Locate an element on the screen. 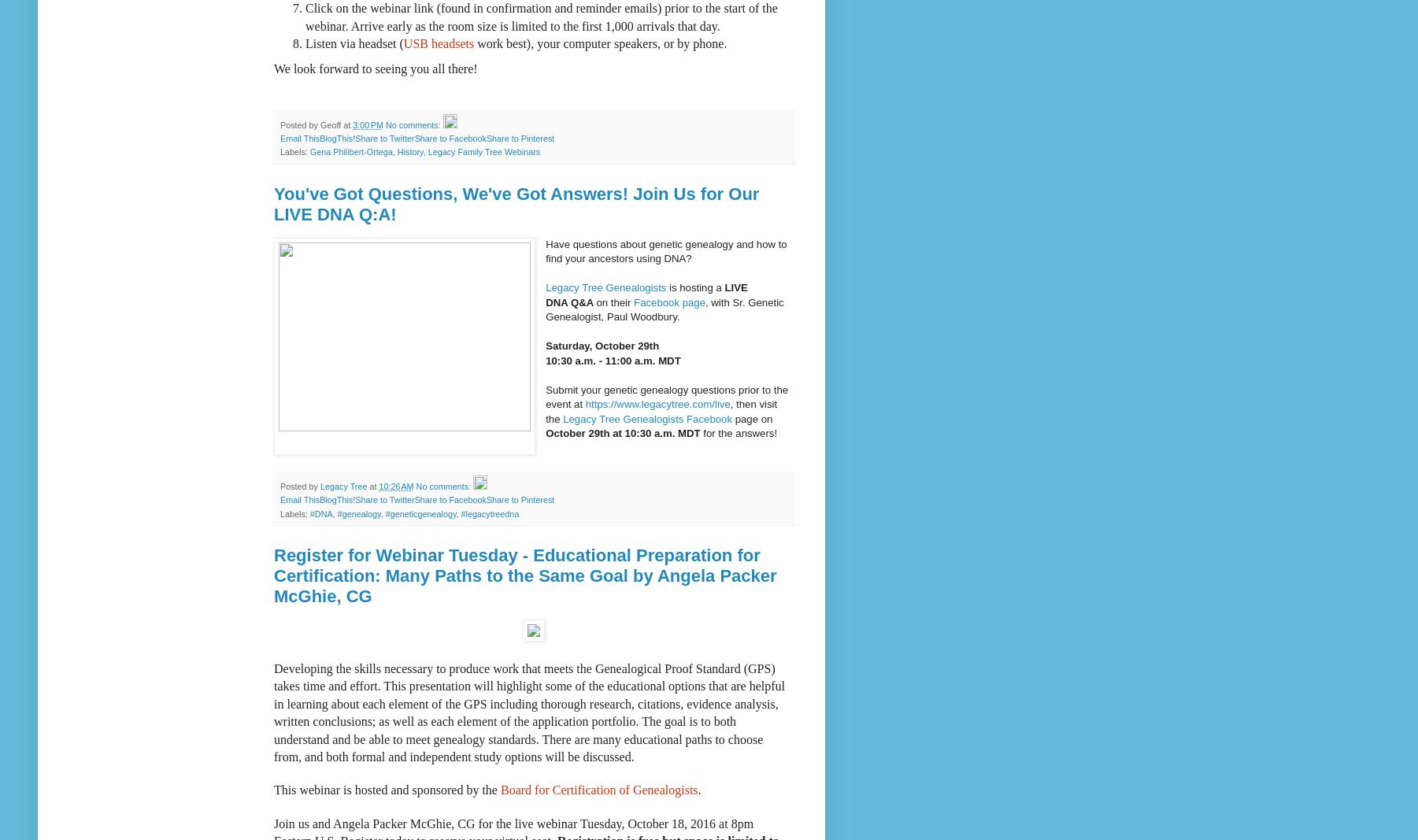 This screenshot has height=840, width=1418. 'Legacy Tree' is located at coordinates (320, 486).